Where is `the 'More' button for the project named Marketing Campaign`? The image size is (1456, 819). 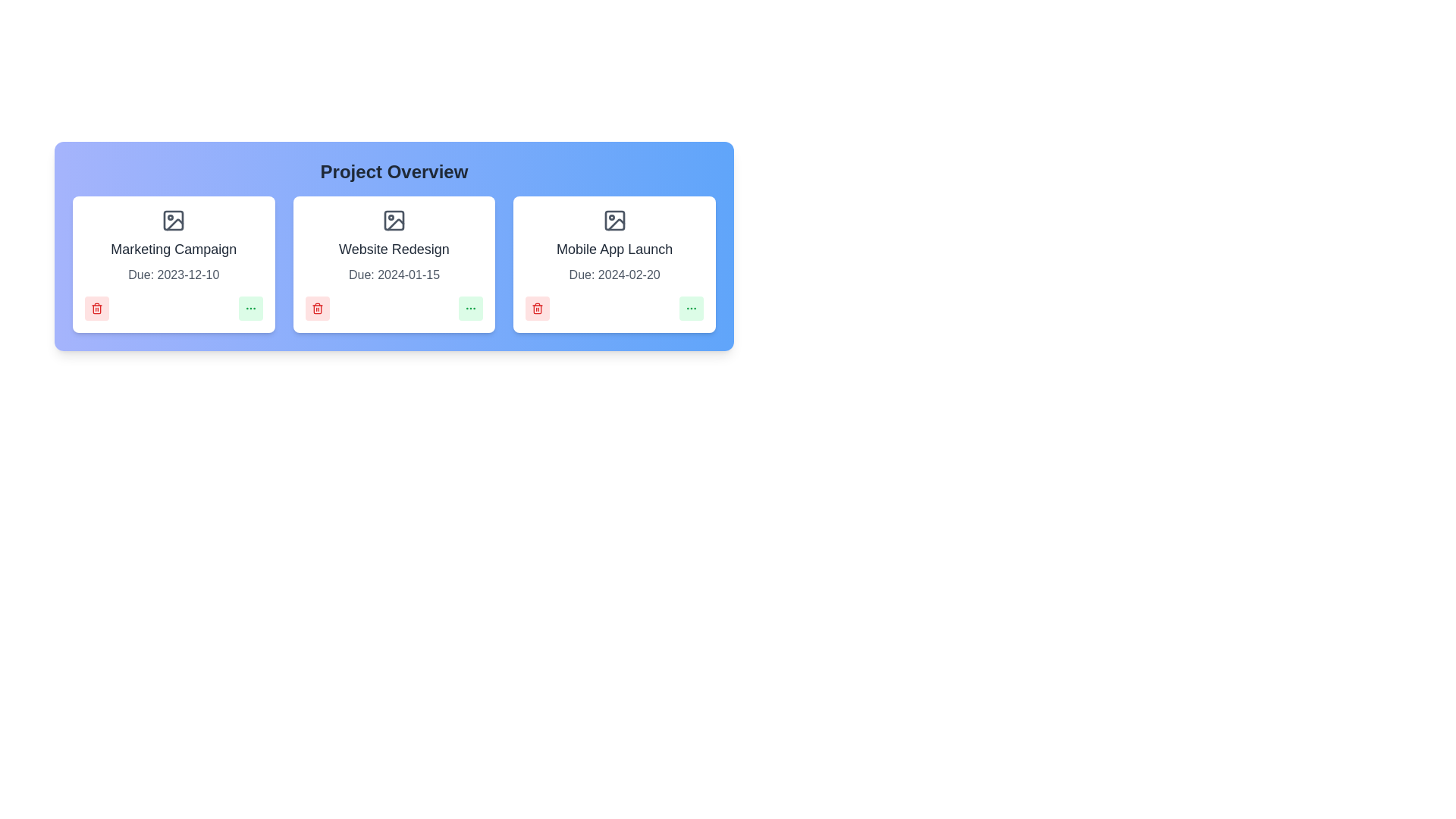 the 'More' button for the project named Marketing Campaign is located at coordinates (250, 308).